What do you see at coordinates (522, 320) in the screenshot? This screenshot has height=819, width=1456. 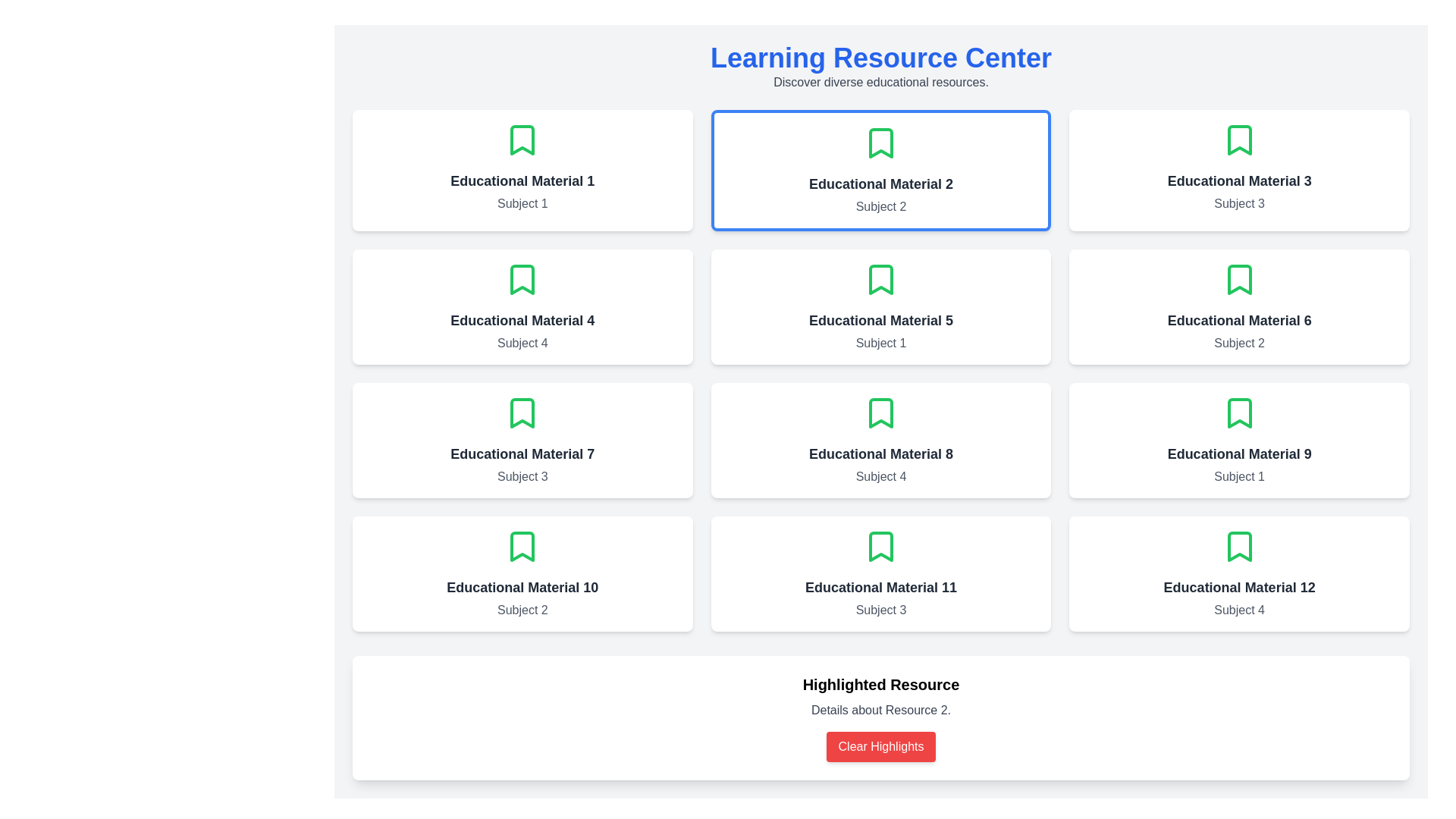 I see `the text displayed` at bounding box center [522, 320].